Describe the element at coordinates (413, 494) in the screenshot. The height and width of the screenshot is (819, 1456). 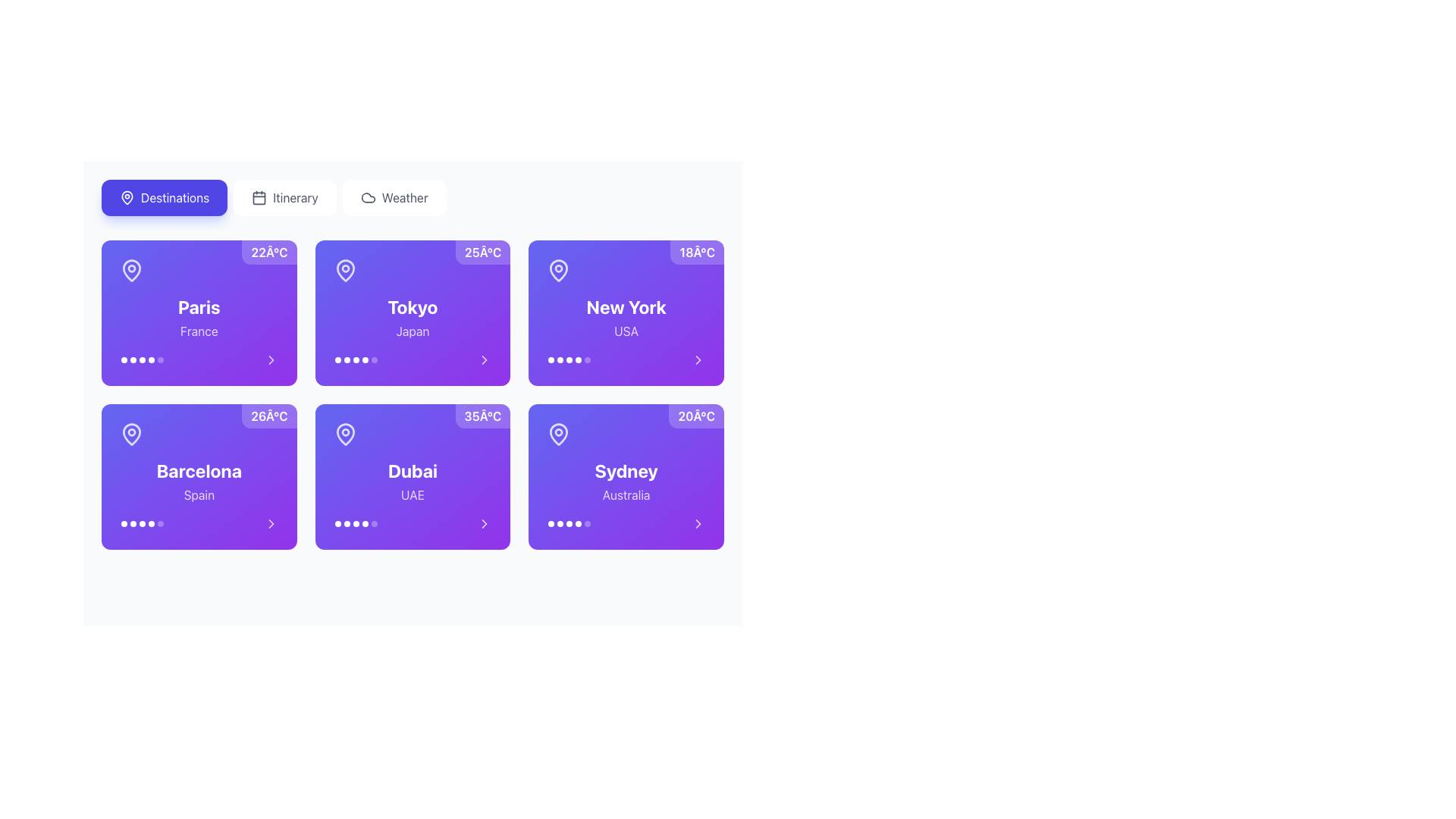
I see `the static text label indicating the country associated with the city 'Dubai' located in the fourth card of the second row in the grid layout` at that location.